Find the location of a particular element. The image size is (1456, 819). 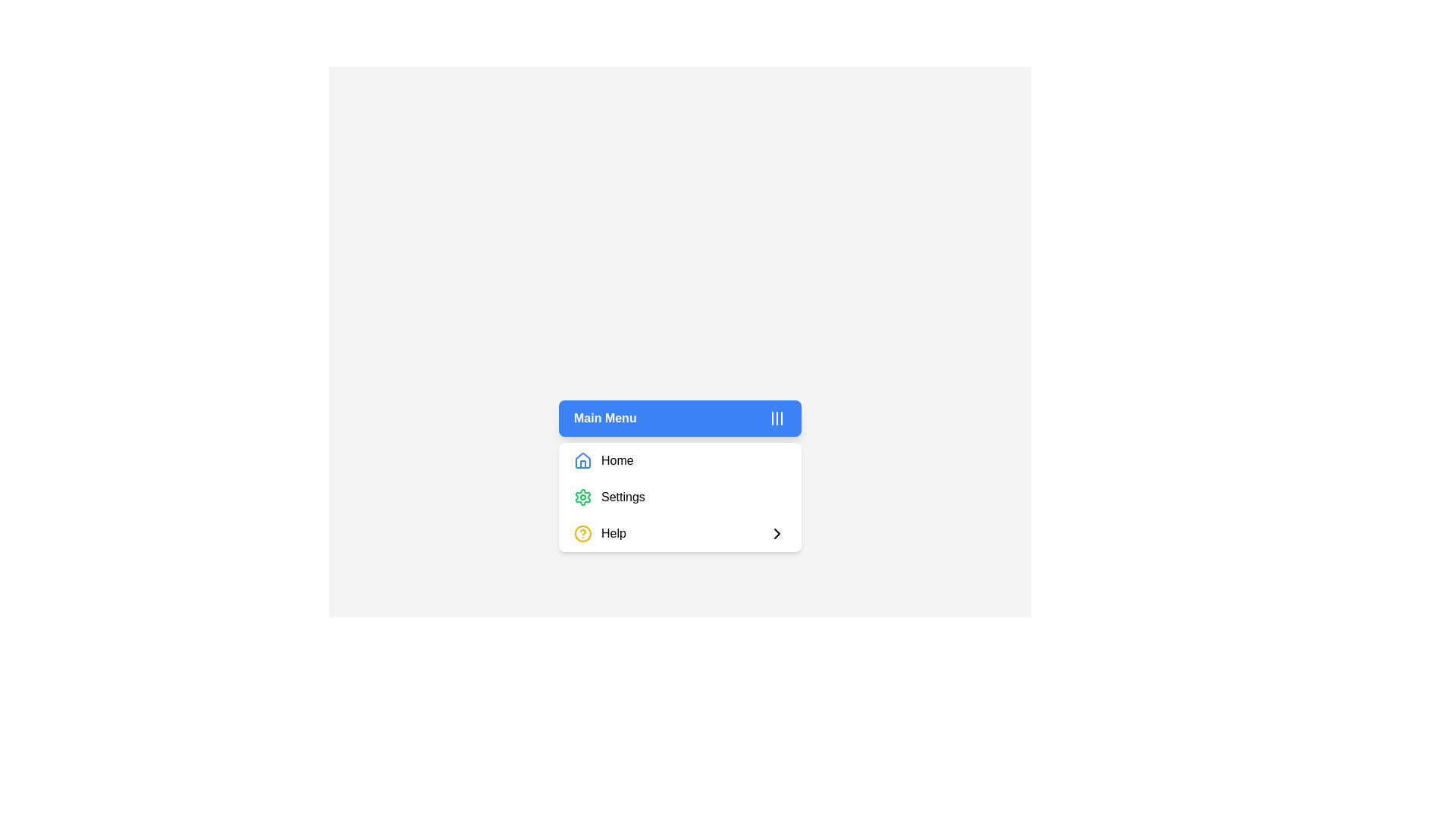

the 'Settings' text label, which is located beside a green gear icon in the second item of the vertical list-style menu under the 'Main Menu' is located at coordinates (623, 497).